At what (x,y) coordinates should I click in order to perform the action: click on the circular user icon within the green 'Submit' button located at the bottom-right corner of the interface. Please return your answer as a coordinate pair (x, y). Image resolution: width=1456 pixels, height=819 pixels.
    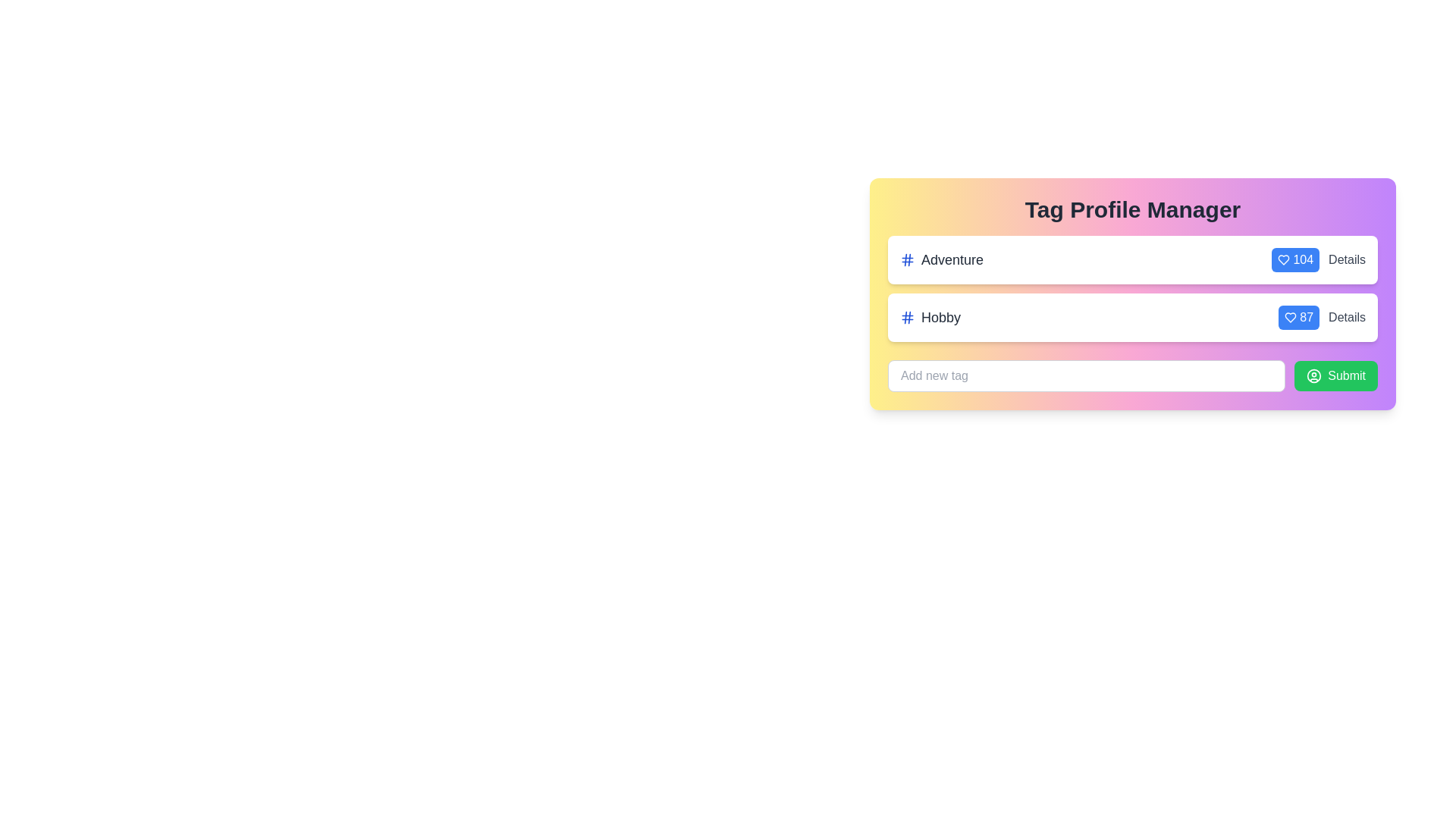
    Looking at the image, I should click on (1313, 375).